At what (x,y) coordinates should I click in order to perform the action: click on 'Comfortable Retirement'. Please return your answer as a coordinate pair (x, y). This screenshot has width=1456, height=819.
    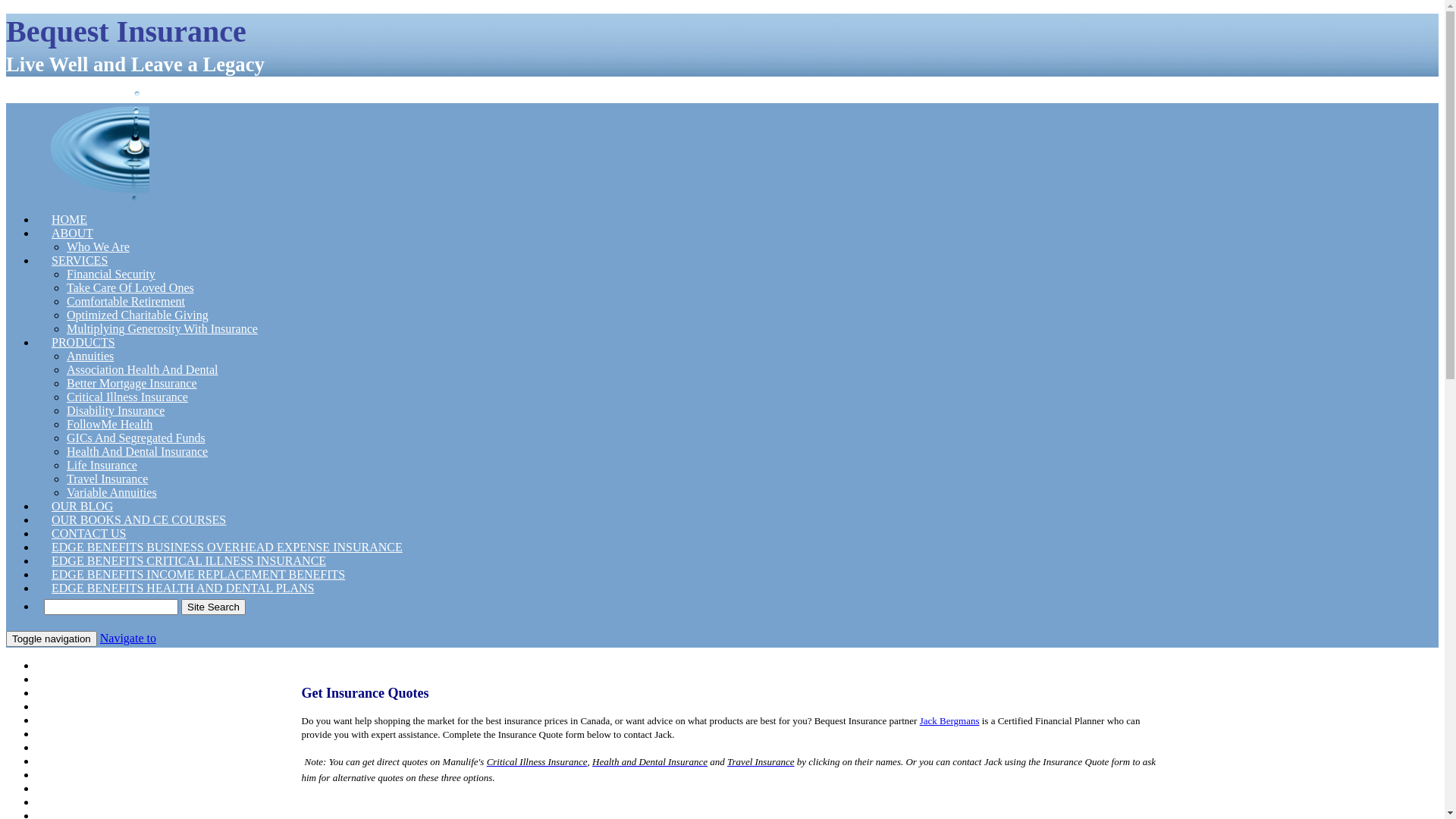
    Looking at the image, I should click on (126, 301).